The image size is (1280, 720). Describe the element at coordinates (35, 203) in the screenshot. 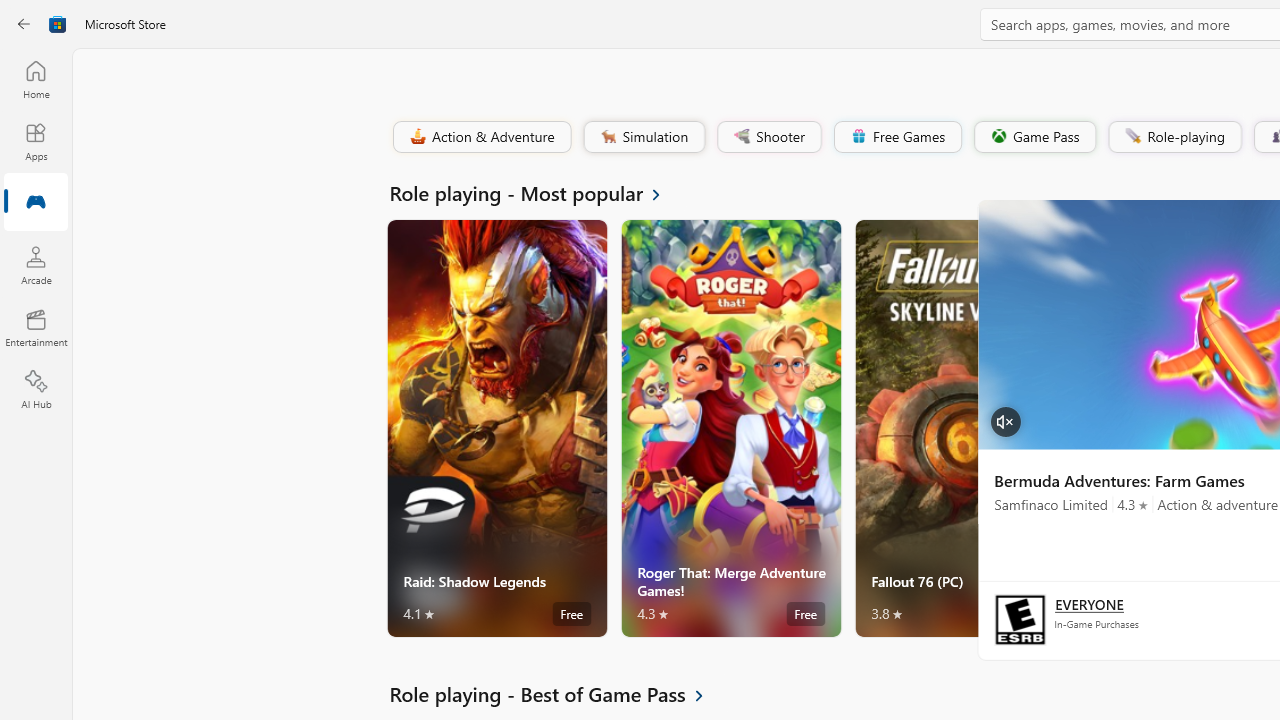

I see `'Gaming'` at that location.